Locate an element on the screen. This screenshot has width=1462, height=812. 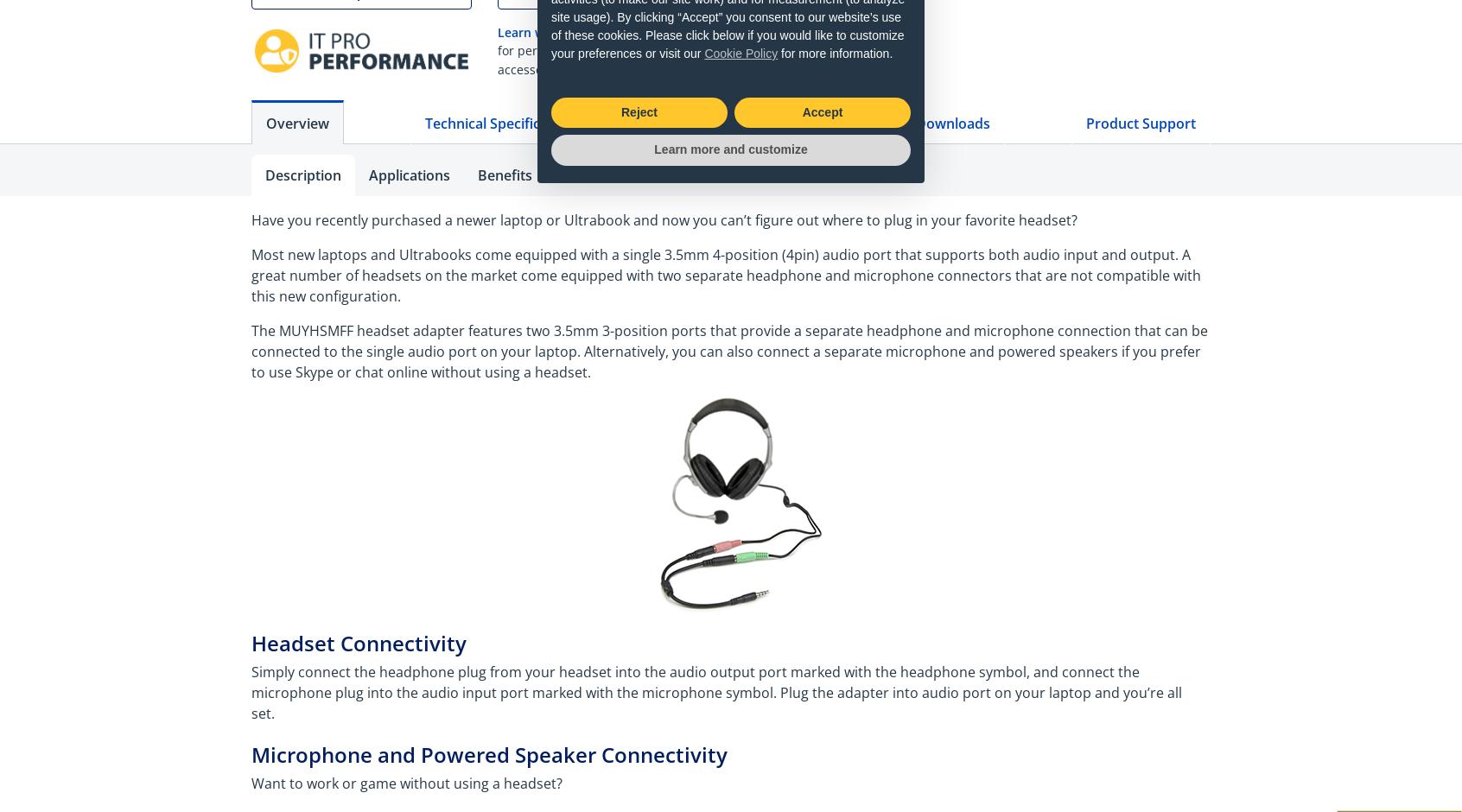
'Accept' is located at coordinates (822, 110).